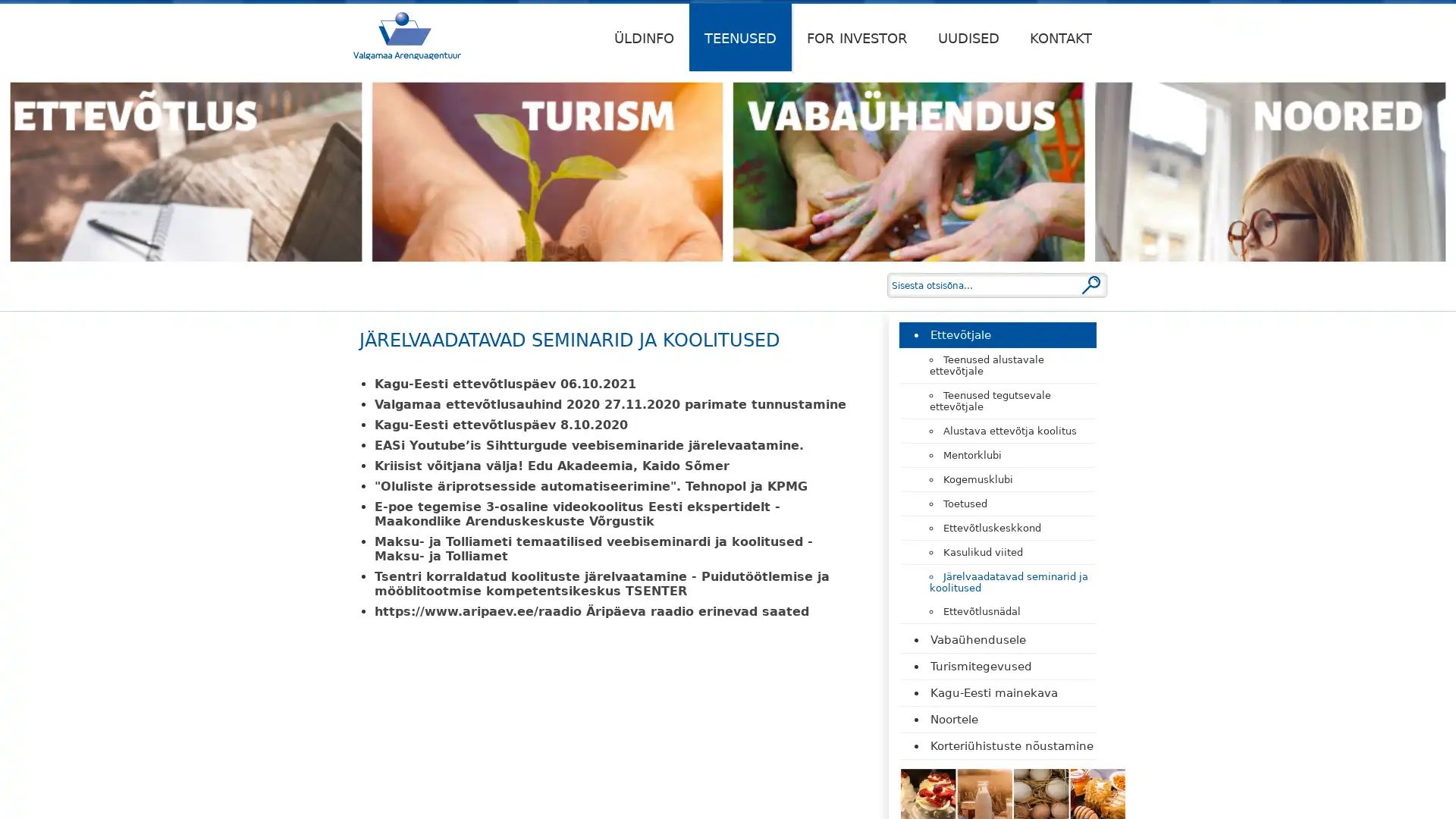 The width and height of the screenshot is (1456, 819). What do you see at coordinates (1090, 284) in the screenshot?
I see `Otsi` at bounding box center [1090, 284].